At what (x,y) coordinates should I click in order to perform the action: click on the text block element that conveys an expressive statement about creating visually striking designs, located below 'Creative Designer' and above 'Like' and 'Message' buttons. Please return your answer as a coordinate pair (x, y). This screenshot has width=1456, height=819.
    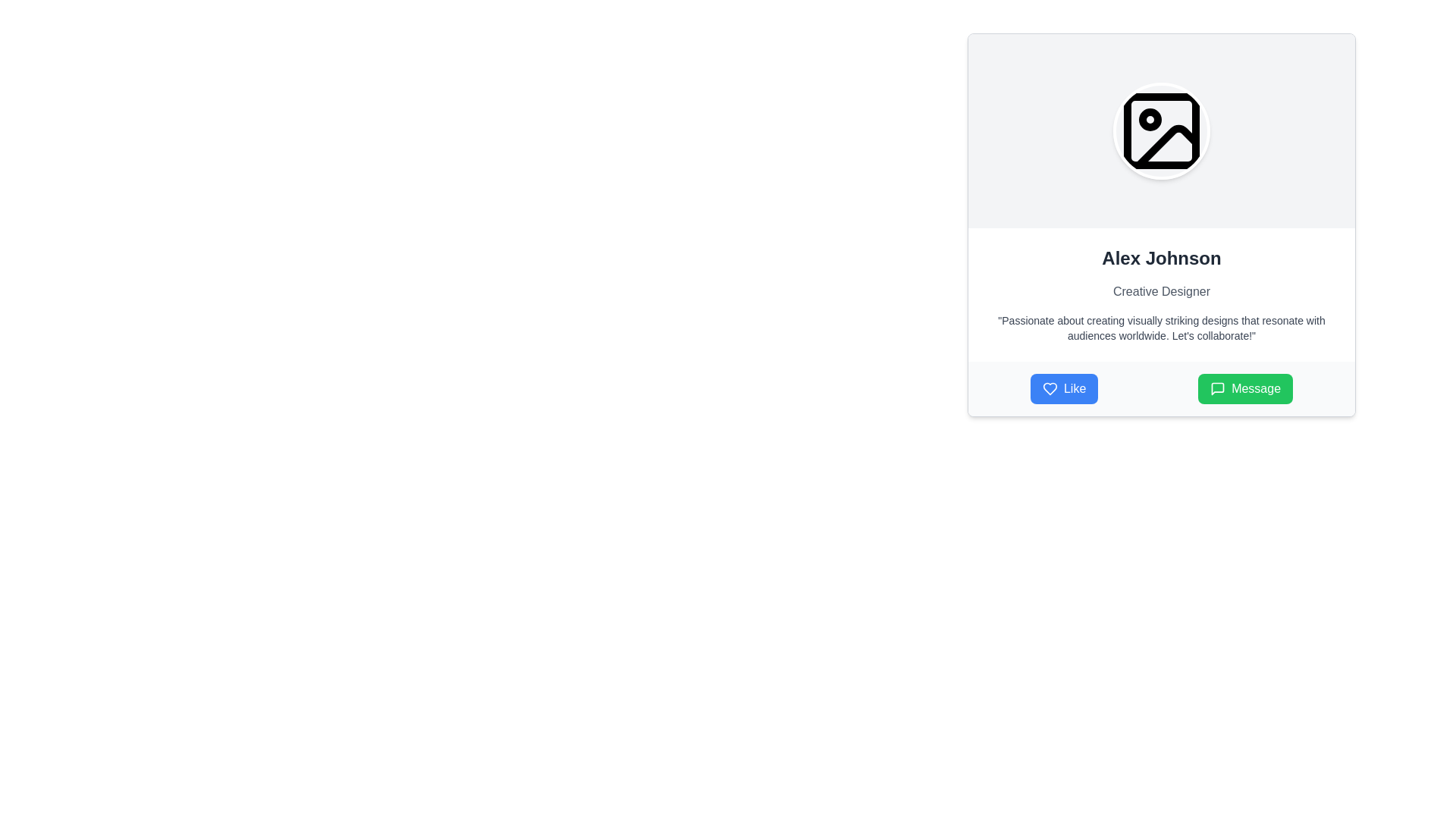
    Looking at the image, I should click on (1160, 327).